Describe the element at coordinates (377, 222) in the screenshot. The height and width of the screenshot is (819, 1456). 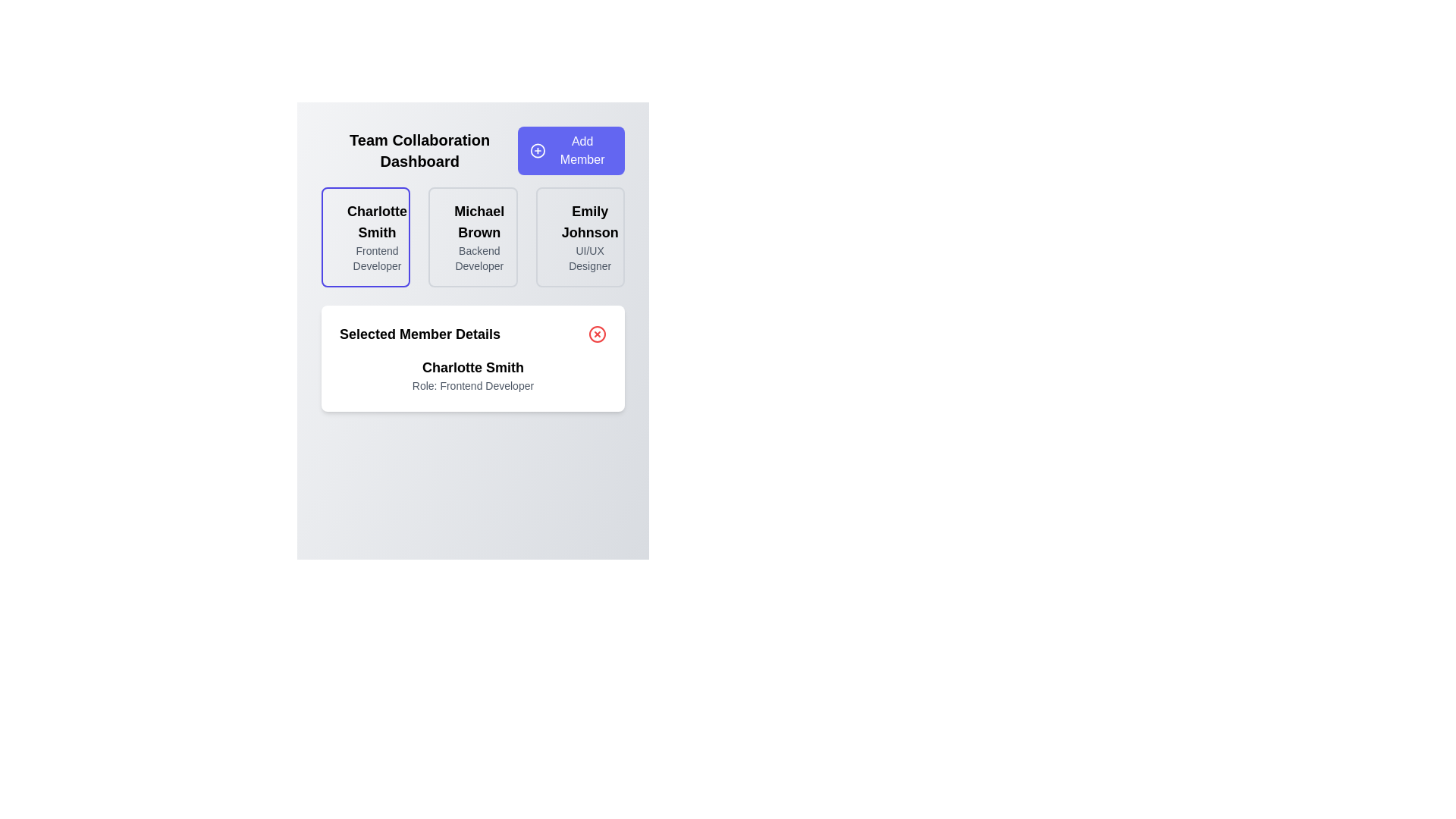
I see `the static text label displaying 'Charlotte Smith' which is prominently styled in bold black text, located in the first user profile card above the 'Frontend Developer' text` at that location.